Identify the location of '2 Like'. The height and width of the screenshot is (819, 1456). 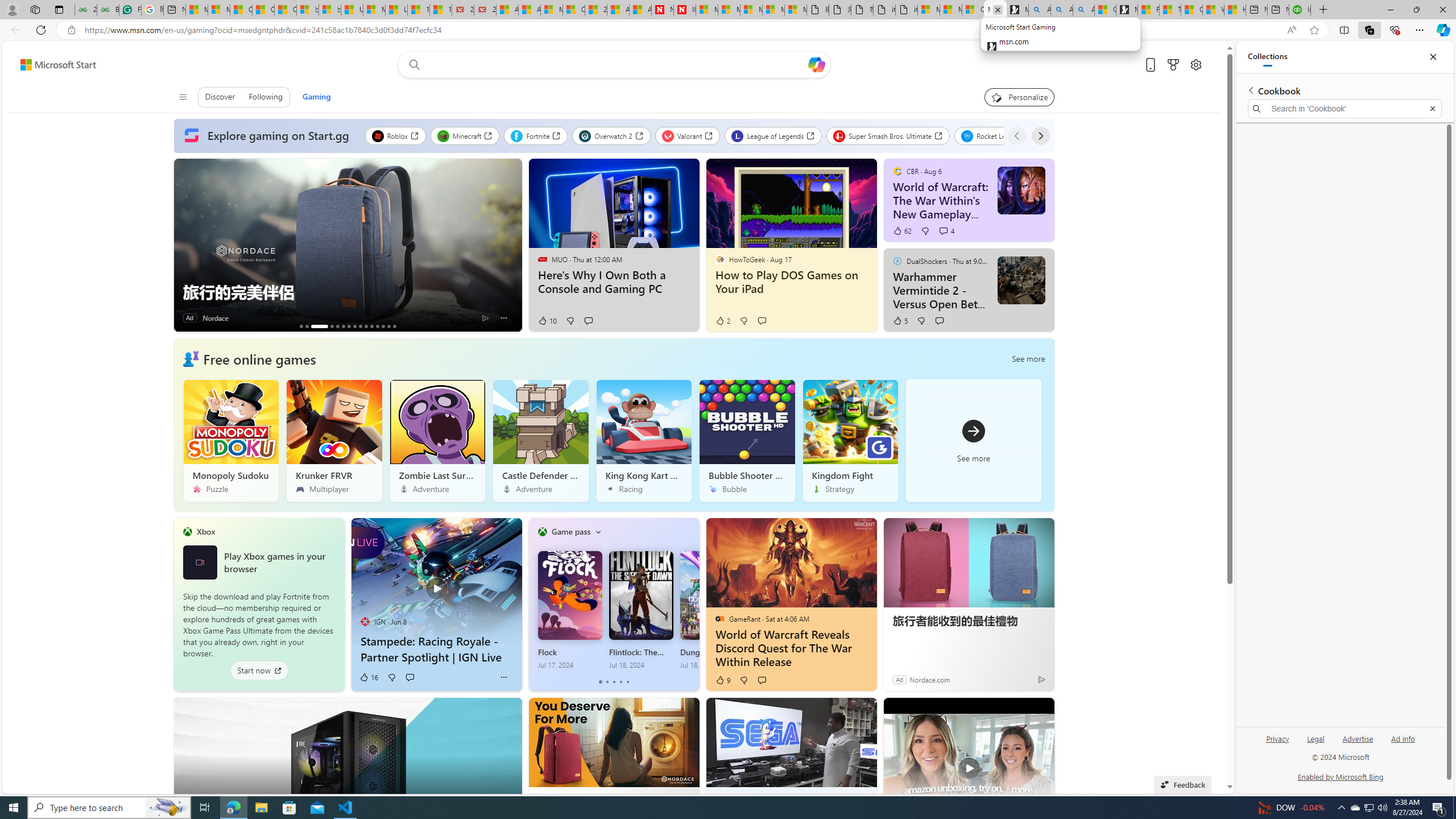
(723, 320).